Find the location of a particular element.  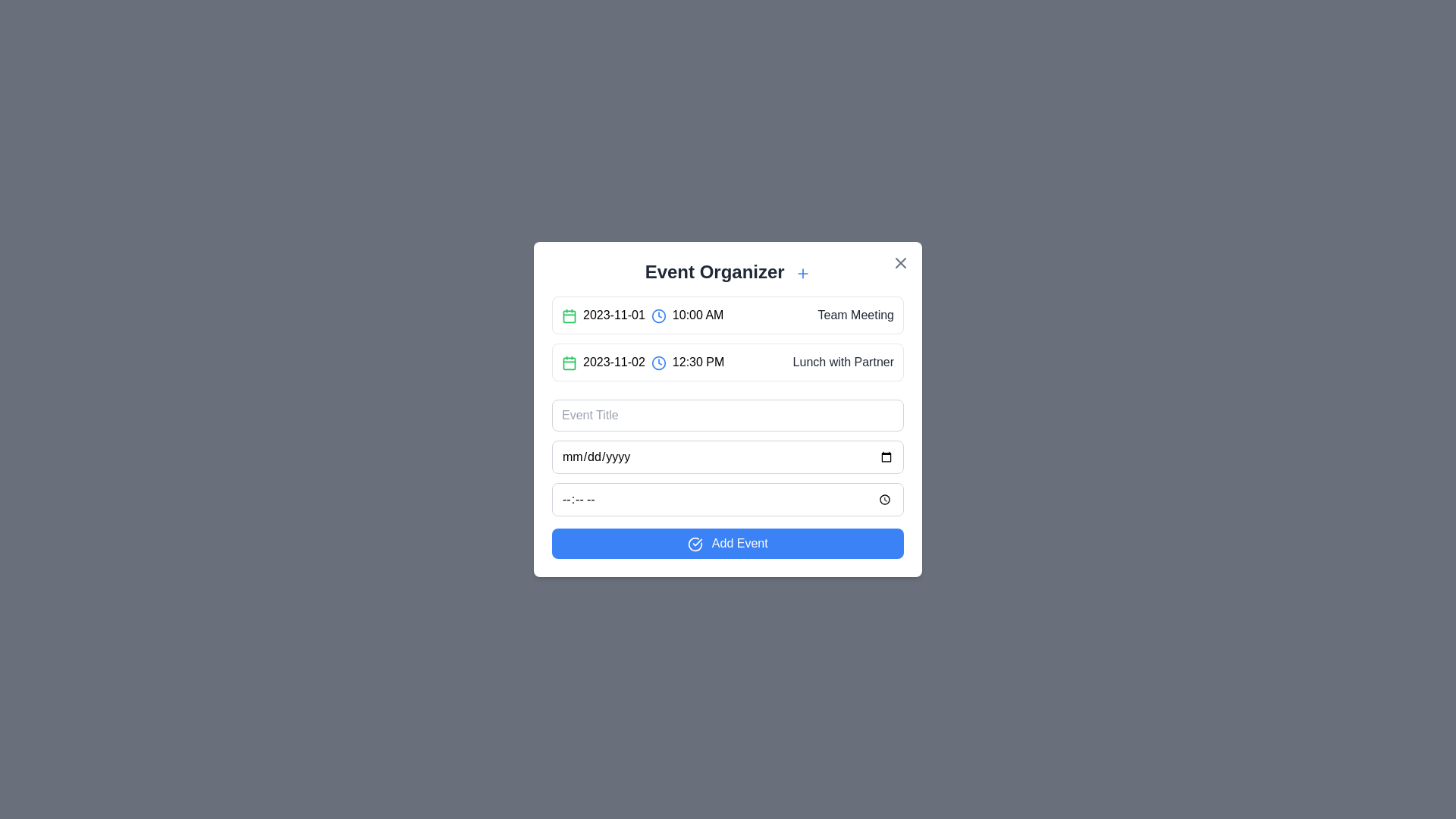

the SVG Circle that represents the boundary of the clock symbol in the 'Event Organizer' interface, located next to the time text '10:00 AM' is located at coordinates (658, 315).